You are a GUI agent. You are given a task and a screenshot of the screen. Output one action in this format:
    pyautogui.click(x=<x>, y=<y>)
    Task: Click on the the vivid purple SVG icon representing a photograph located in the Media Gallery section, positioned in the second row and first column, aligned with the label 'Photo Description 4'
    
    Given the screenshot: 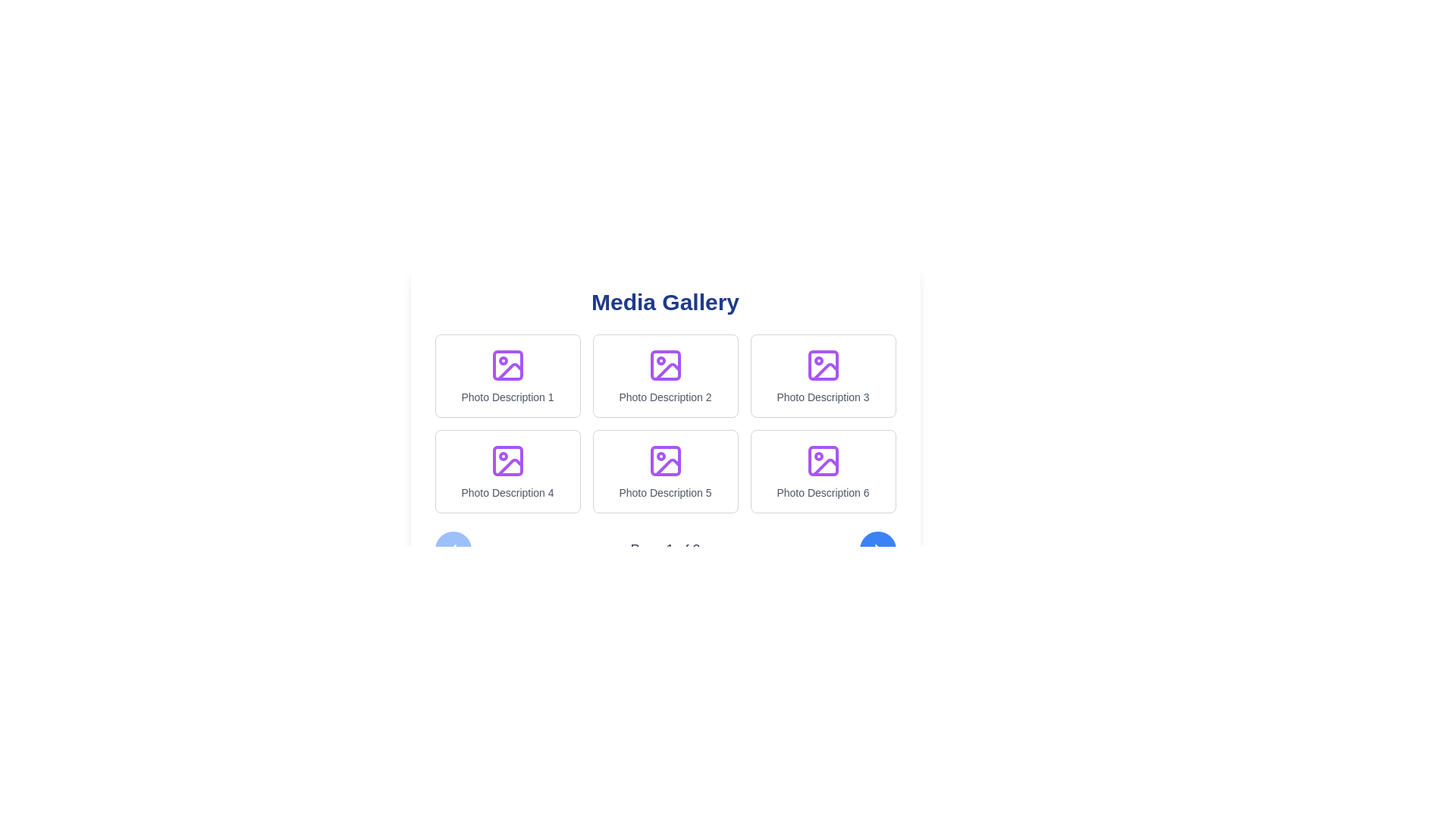 What is the action you would take?
    pyautogui.click(x=507, y=460)
    